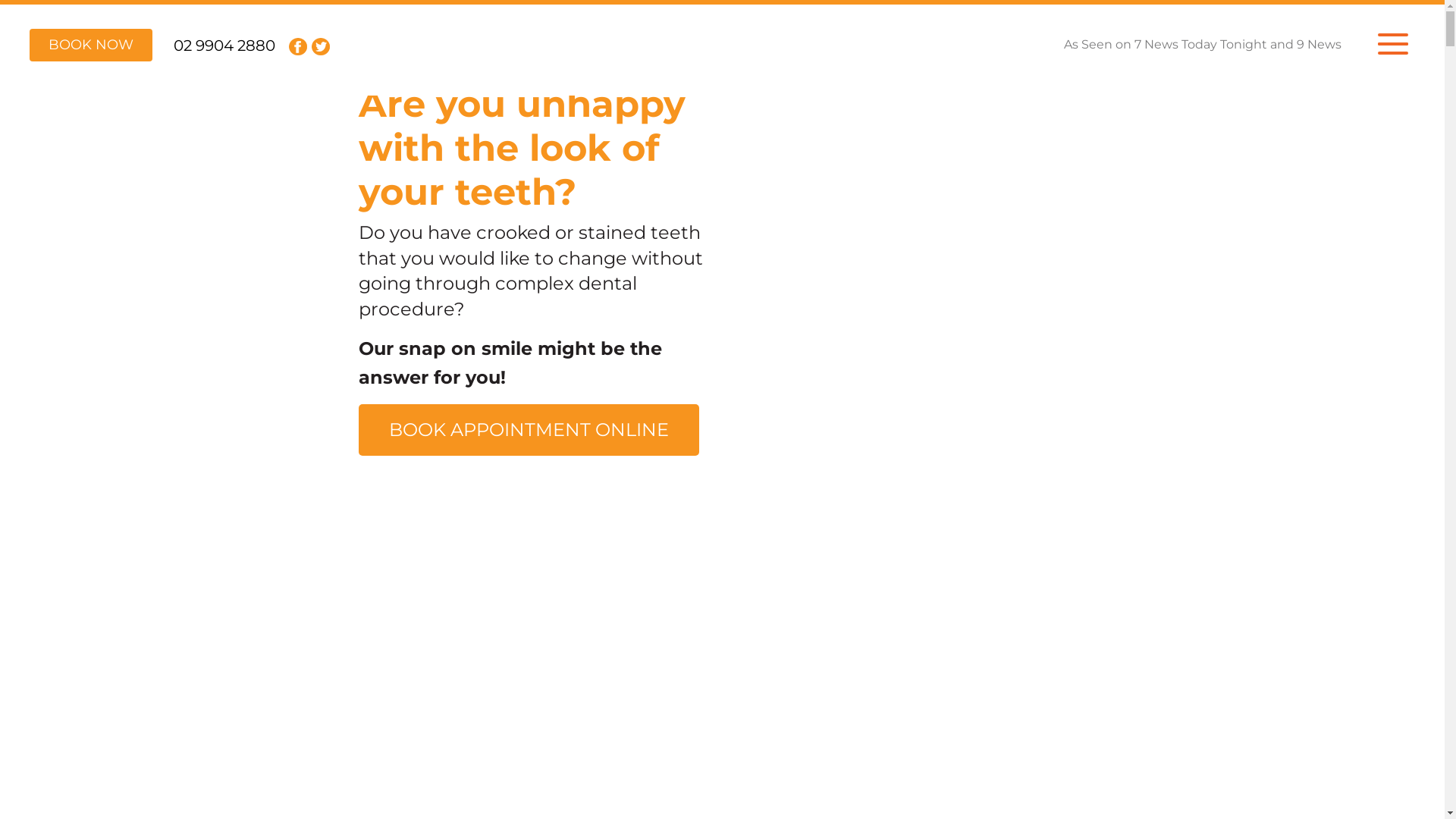  What do you see at coordinates (224, 45) in the screenshot?
I see `'02 9904 2880'` at bounding box center [224, 45].